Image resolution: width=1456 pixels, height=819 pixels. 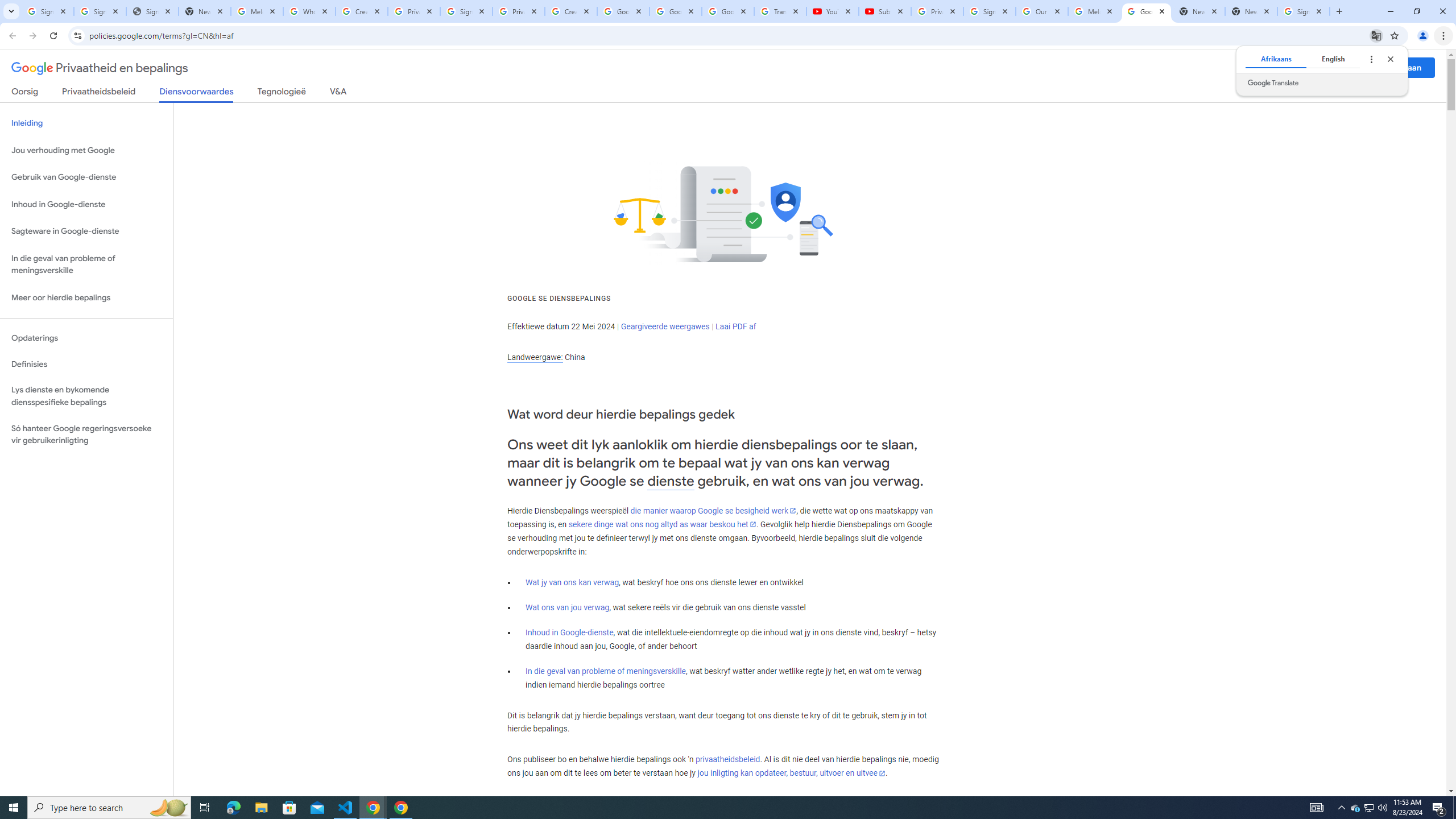 What do you see at coordinates (1370, 59) in the screenshot?
I see `'Translate options'` at bounding box center [1370, 59].